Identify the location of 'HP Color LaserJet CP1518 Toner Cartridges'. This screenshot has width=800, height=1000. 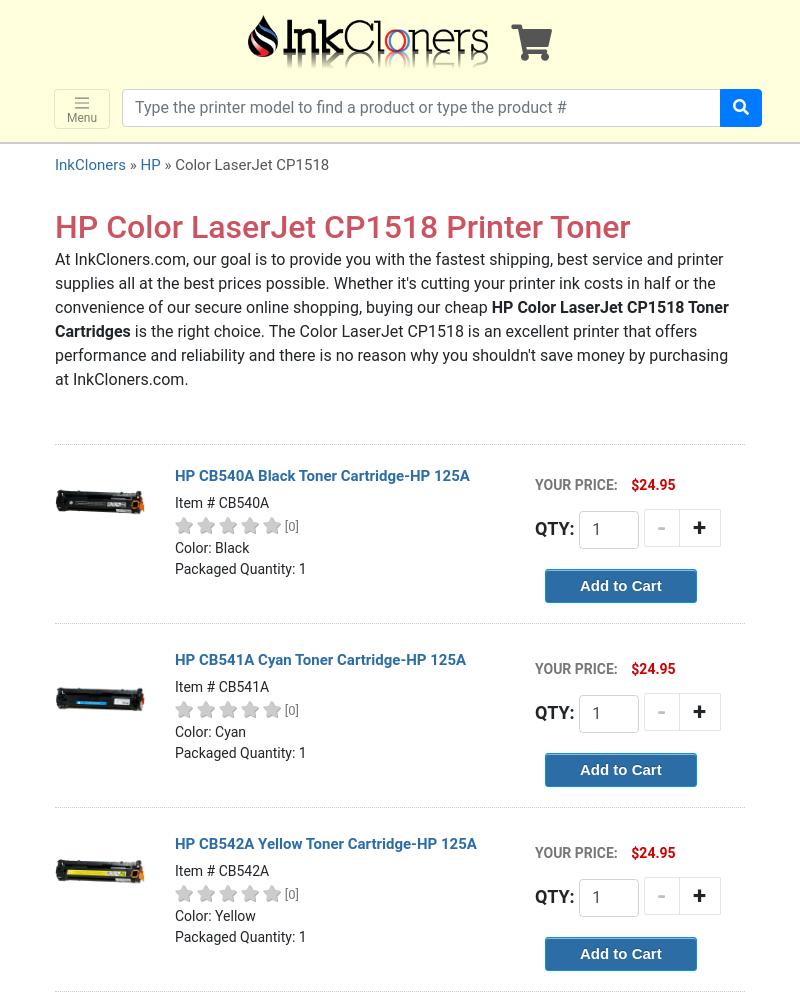
(390, 318).